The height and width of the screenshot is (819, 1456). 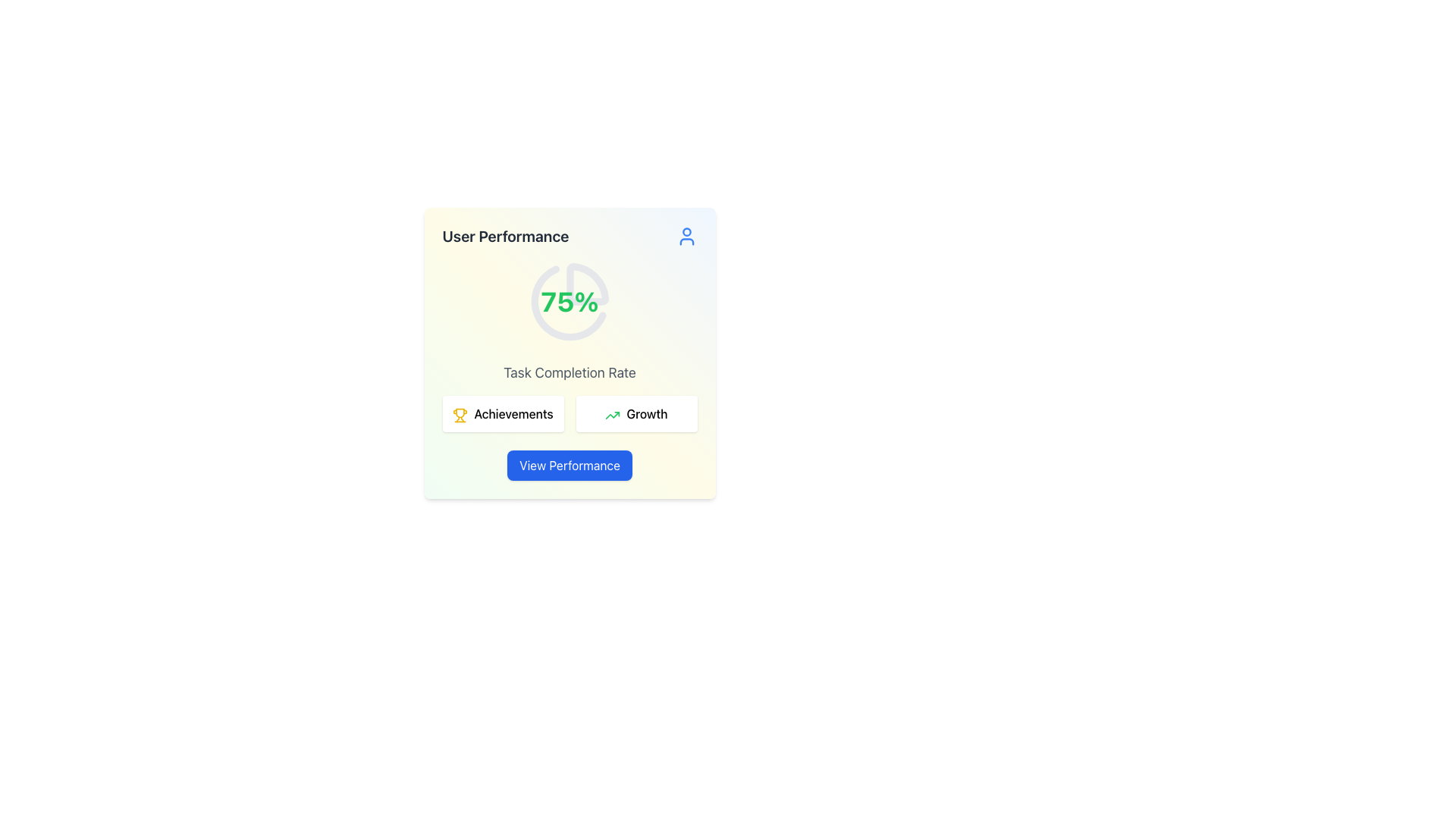 I want to click on the second card in the user performance dashboard that signifies growth metrics, located to the right of the 'Achievements' card, so click(x=636, y=414).